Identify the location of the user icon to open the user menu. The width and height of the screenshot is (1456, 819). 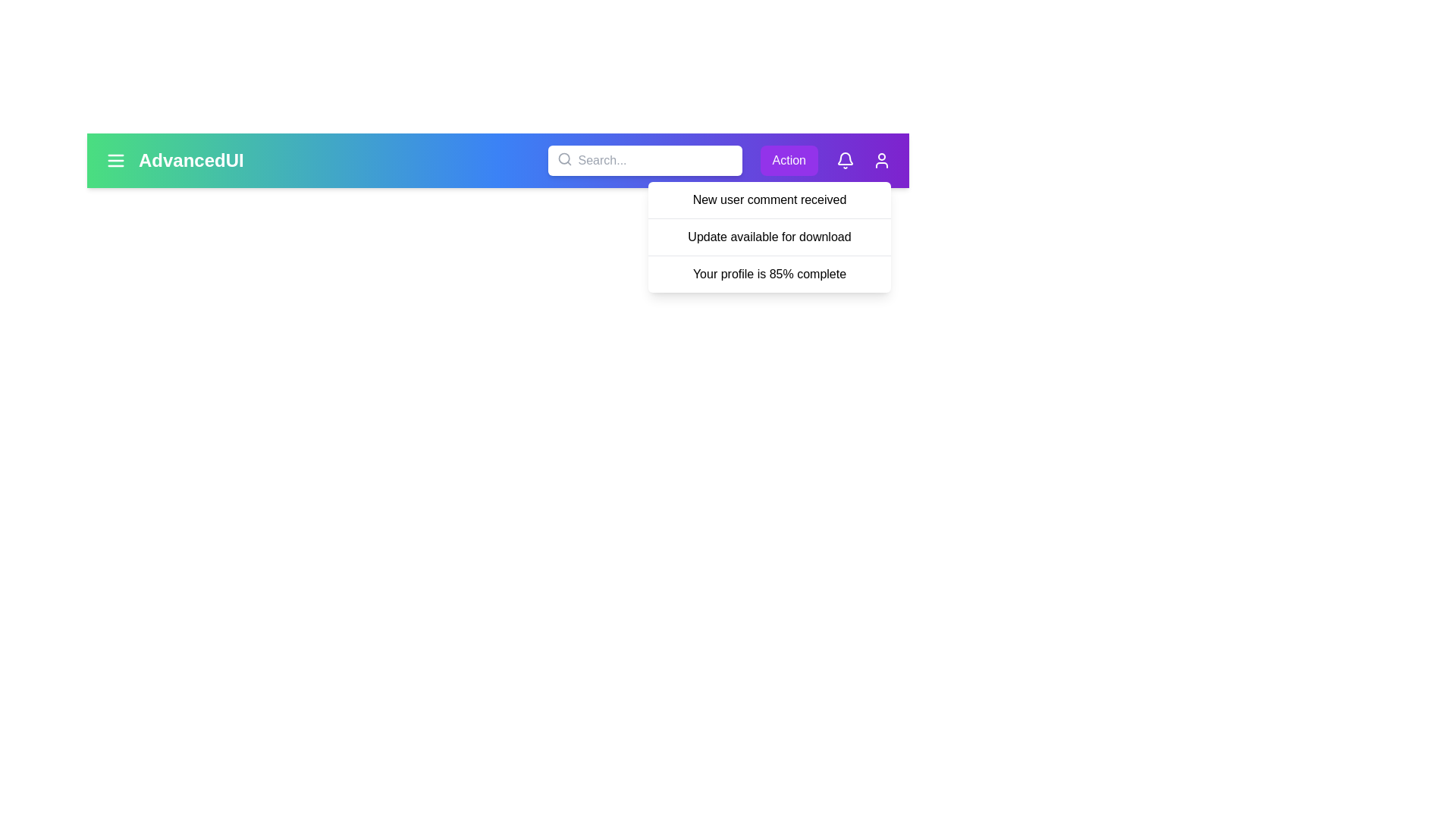
(881, 161).